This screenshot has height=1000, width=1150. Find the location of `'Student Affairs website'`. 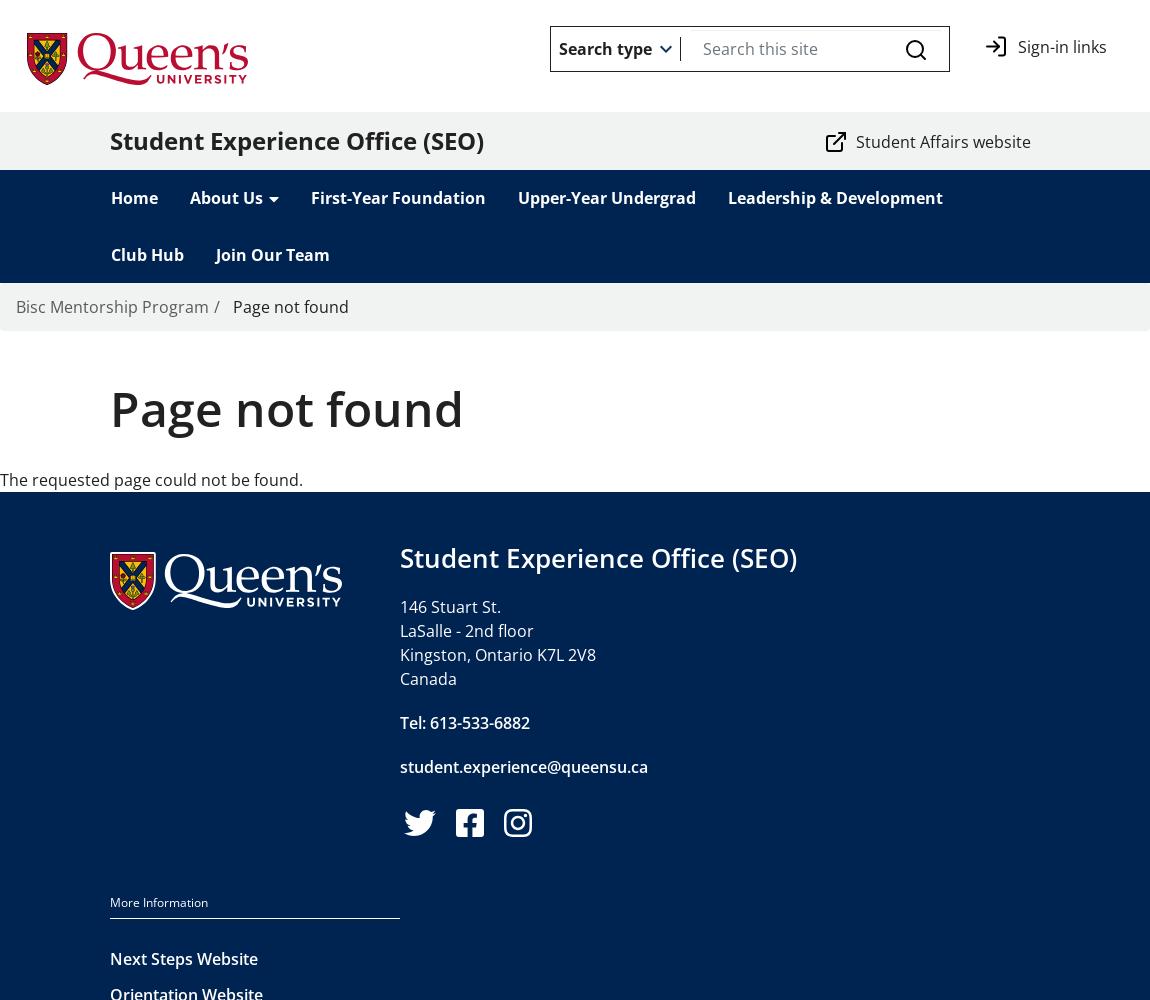

'Student Affairs website' is located at coordinates (942, 141).